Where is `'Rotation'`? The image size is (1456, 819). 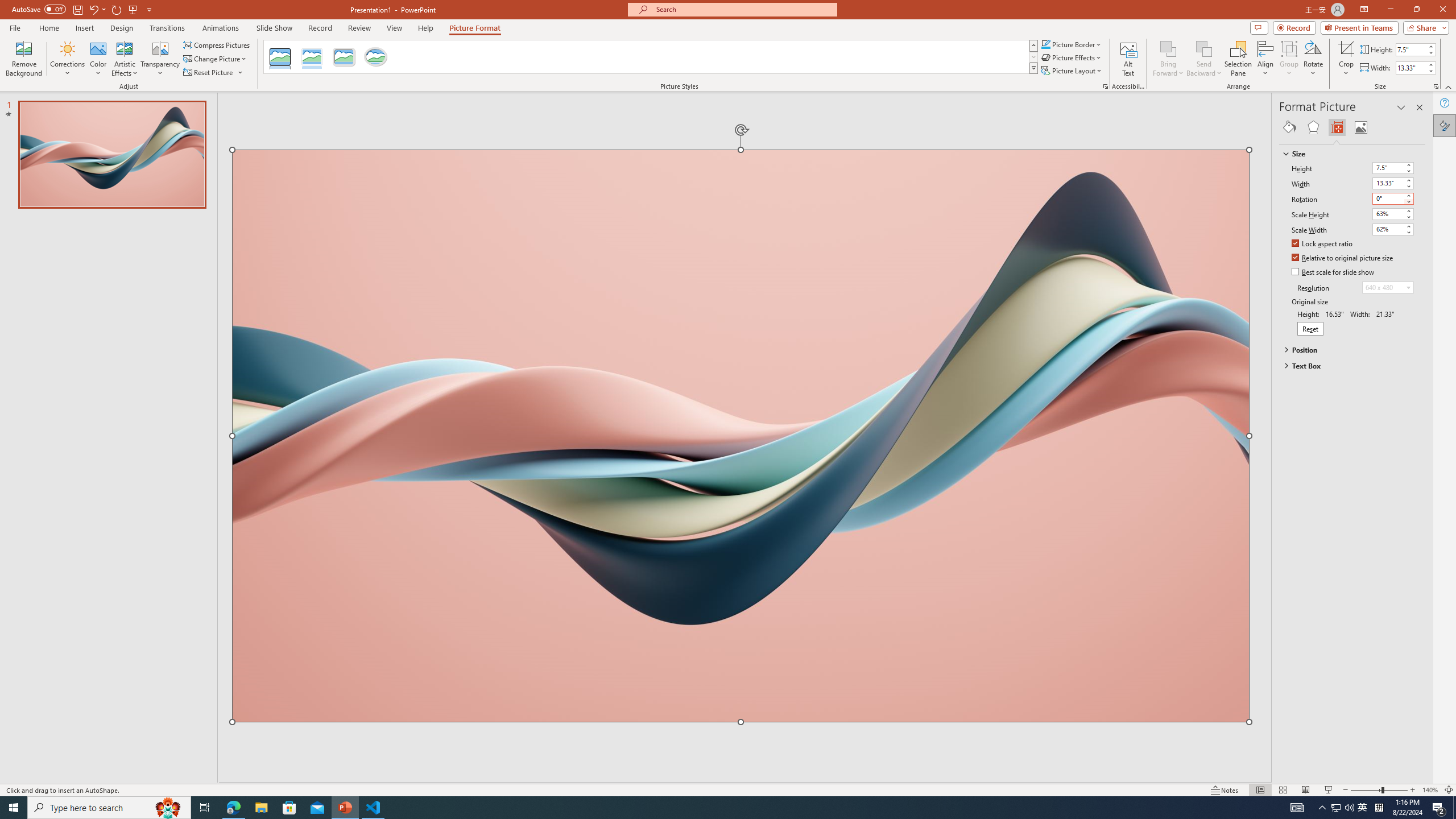
'Rotation' is located at coordinates (1393, 198).